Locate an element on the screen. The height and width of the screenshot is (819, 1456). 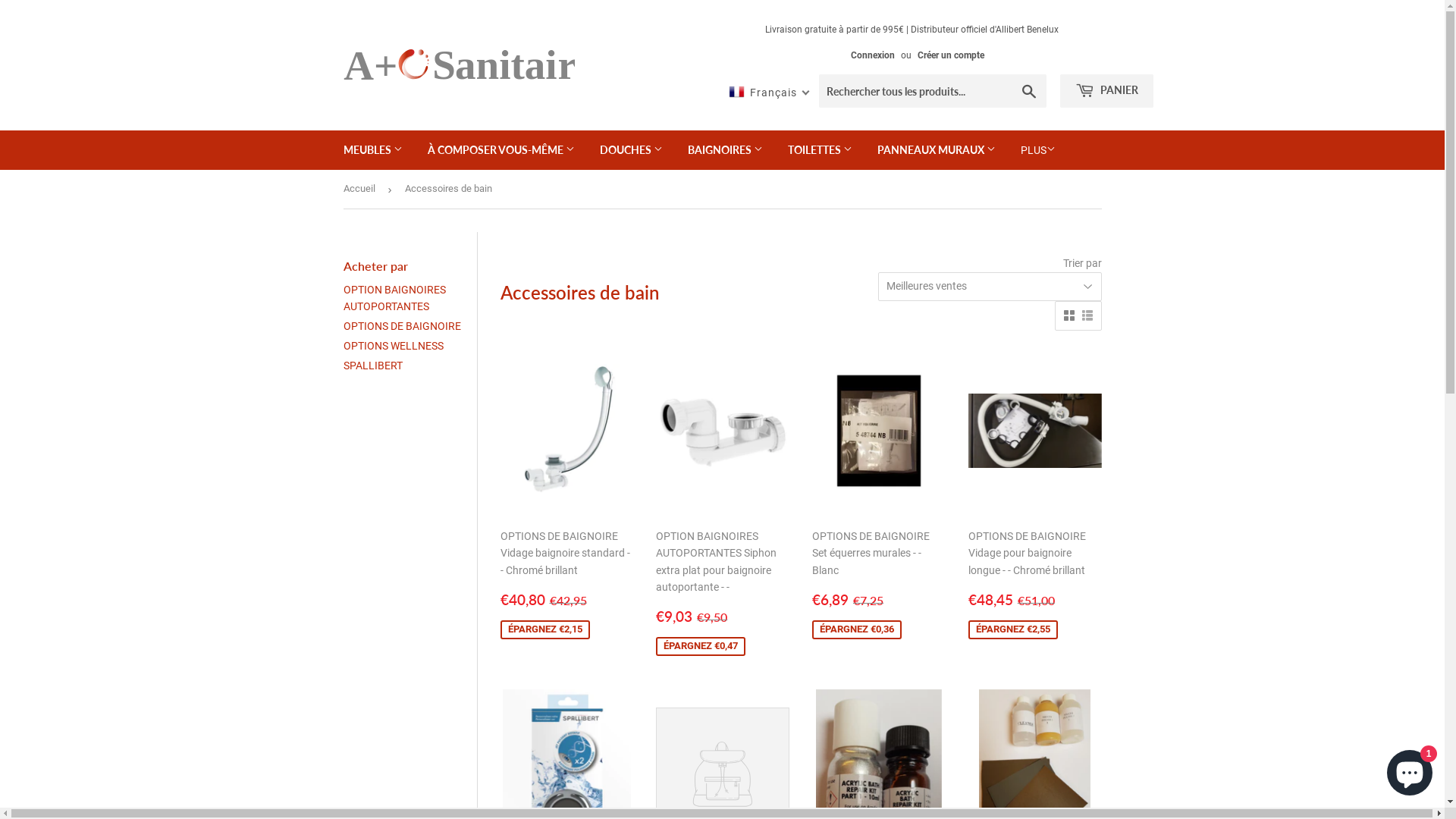
'PANNEAUX MURAUX' is located at coordinates (935, 149).